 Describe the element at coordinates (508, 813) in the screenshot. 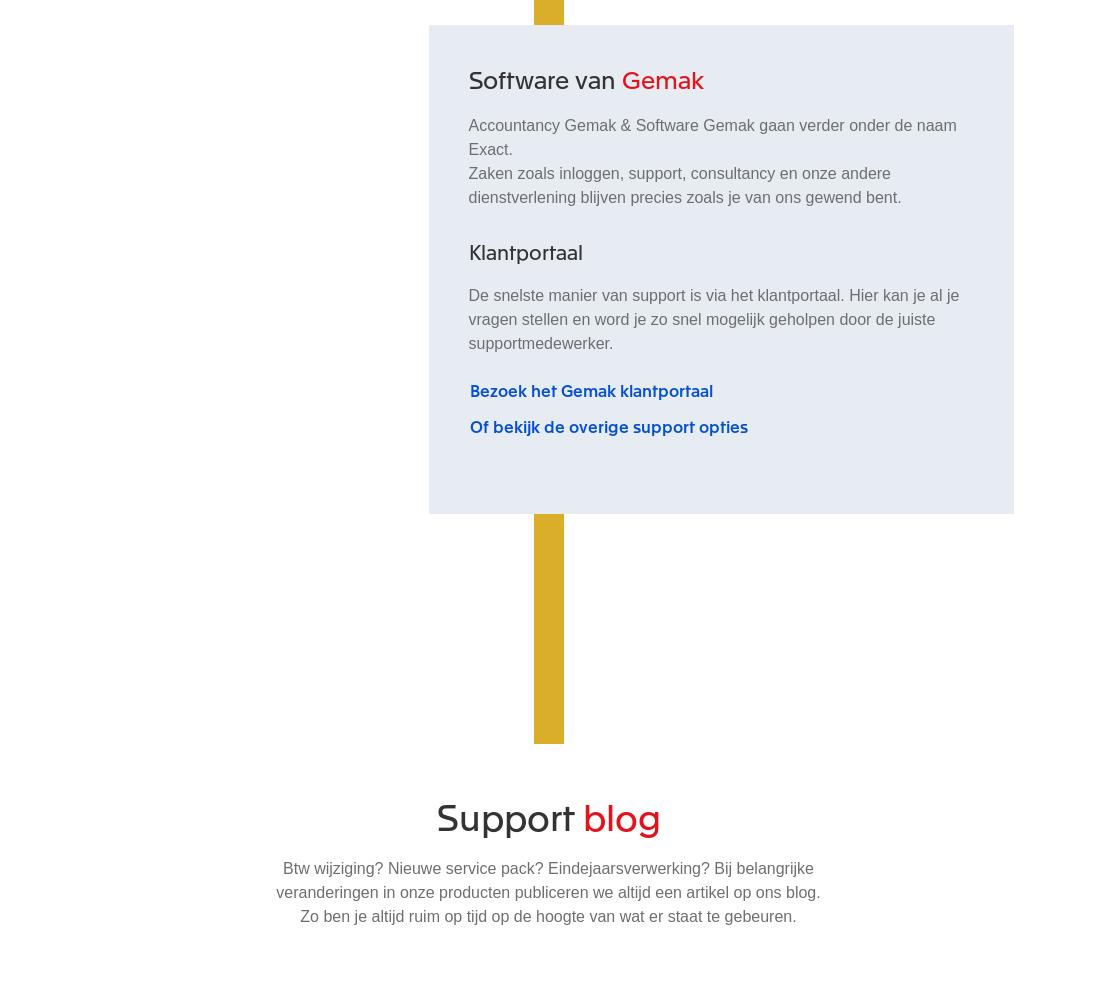

I see `'Support'` at that location.